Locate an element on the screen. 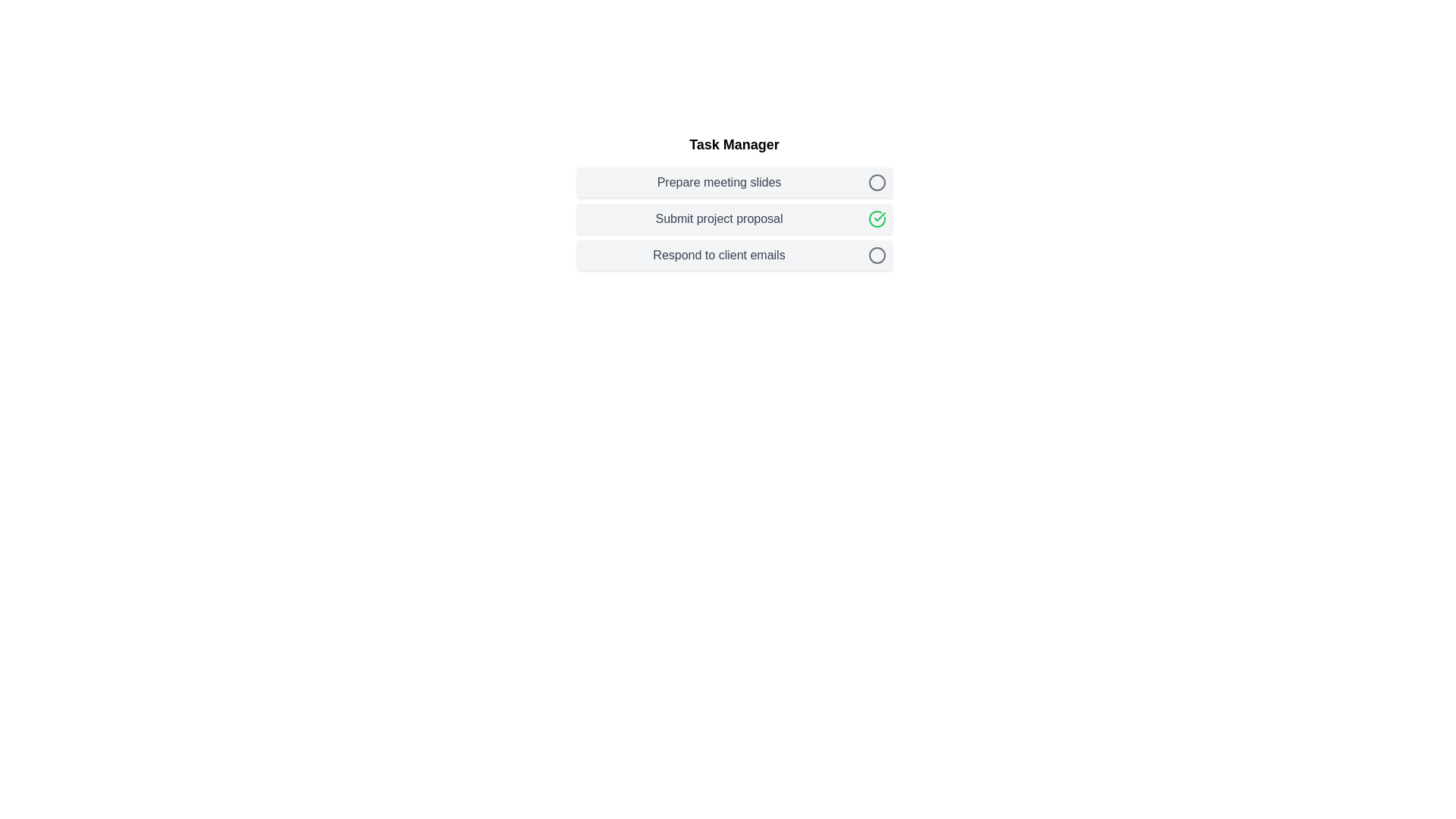 This screenshot has height=819, width=1456. the task entry labeled 'Respond to client emails' is located at coordinates (734, 254).